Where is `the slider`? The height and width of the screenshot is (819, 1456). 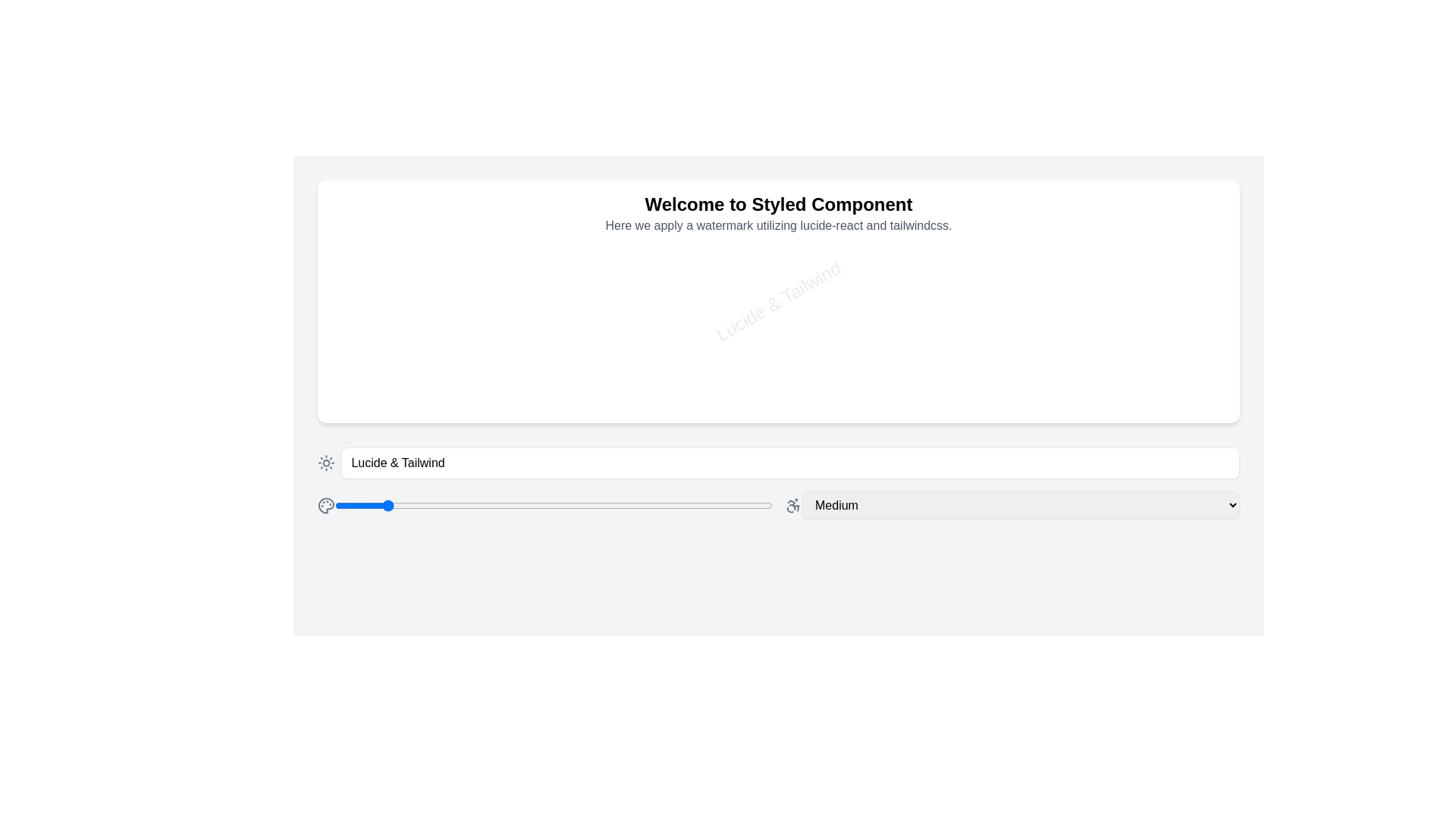
the slider is located at coordinates (286, 505).